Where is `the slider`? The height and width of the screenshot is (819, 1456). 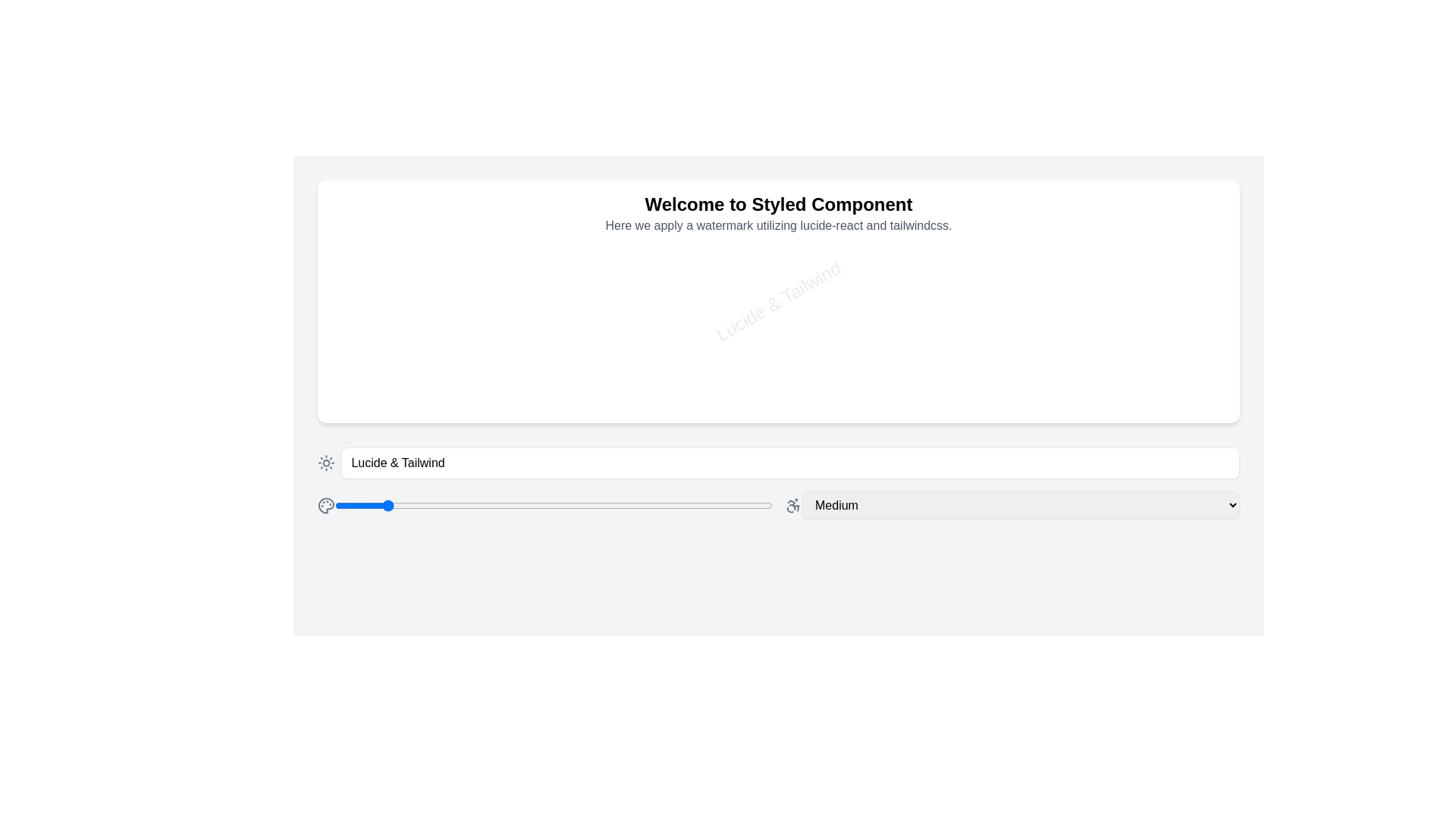
the slider is located at coordinates (286, 505).